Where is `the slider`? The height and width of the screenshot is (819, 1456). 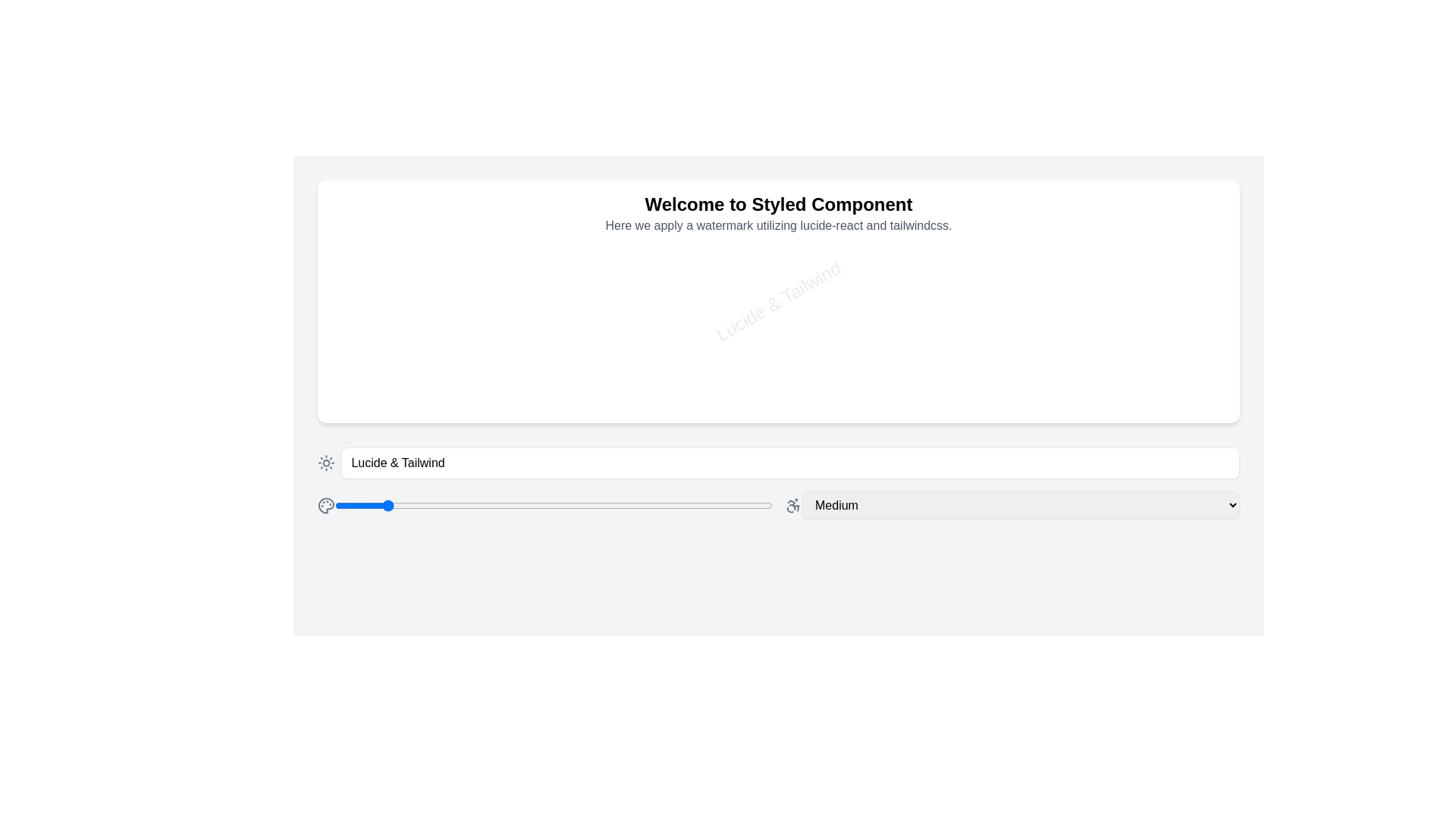
the slider is located at coordinates (286, 505).